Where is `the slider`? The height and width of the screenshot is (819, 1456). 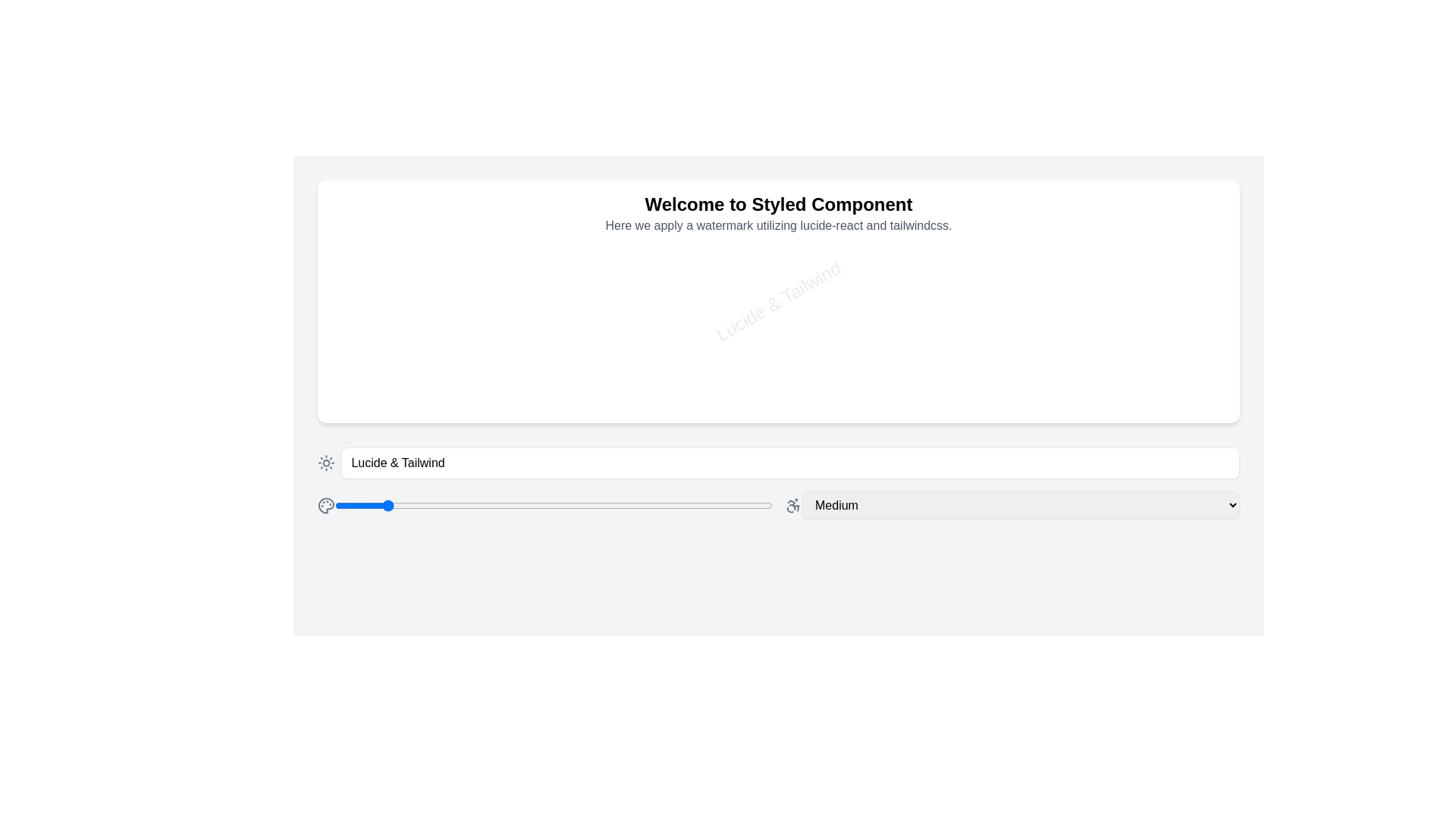
the slider is located at coordinates (286, 505).